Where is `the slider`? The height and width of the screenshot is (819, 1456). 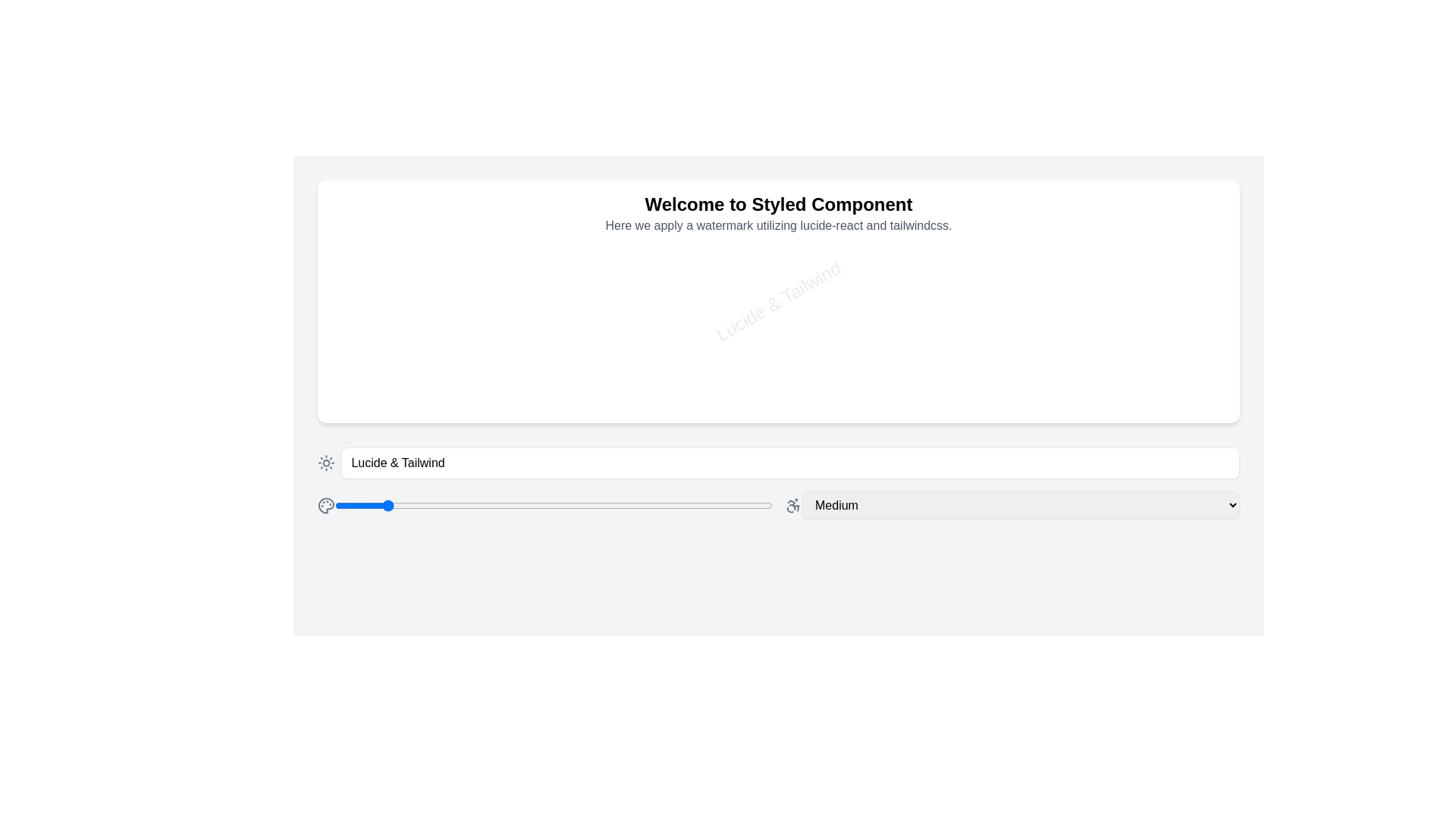
the slider is located at coordinates (286, 505).